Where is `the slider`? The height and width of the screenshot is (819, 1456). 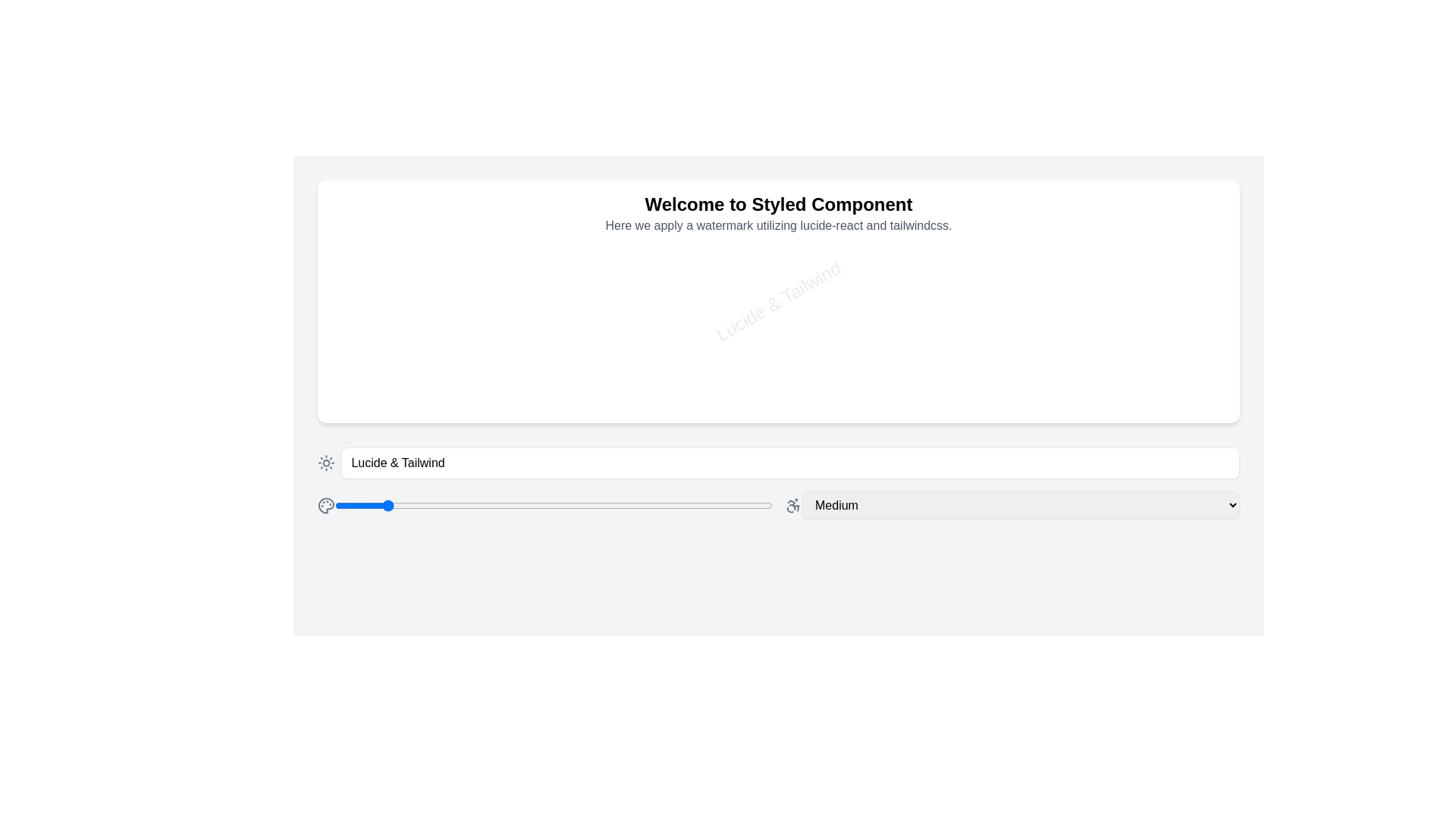
the slider is located at coordinates (286, 505).